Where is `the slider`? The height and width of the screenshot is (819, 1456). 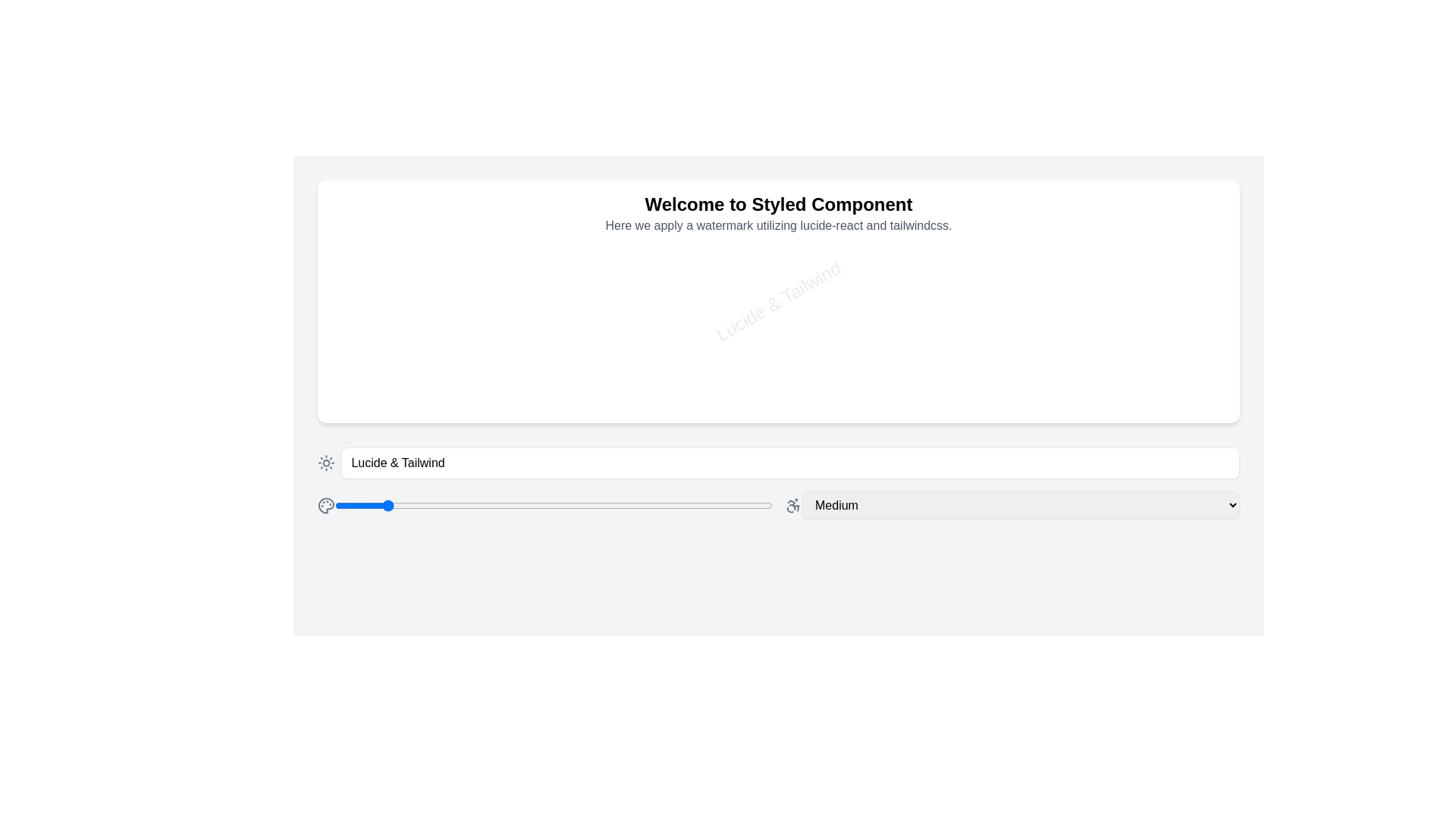
the slider is located at coordinates (286, 505).